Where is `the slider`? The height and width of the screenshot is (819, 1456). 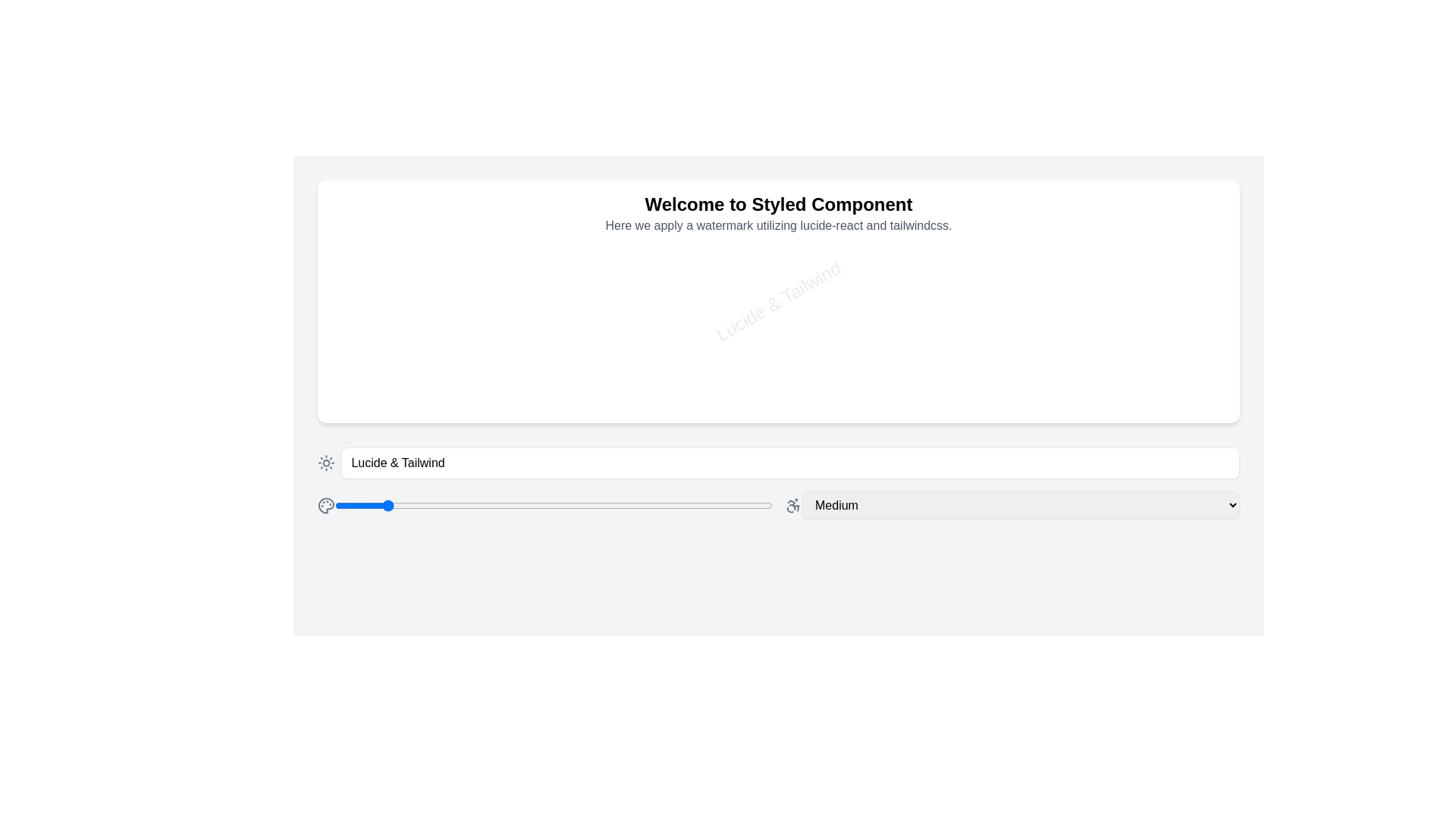
the slider is located at coordinates (286, 505).